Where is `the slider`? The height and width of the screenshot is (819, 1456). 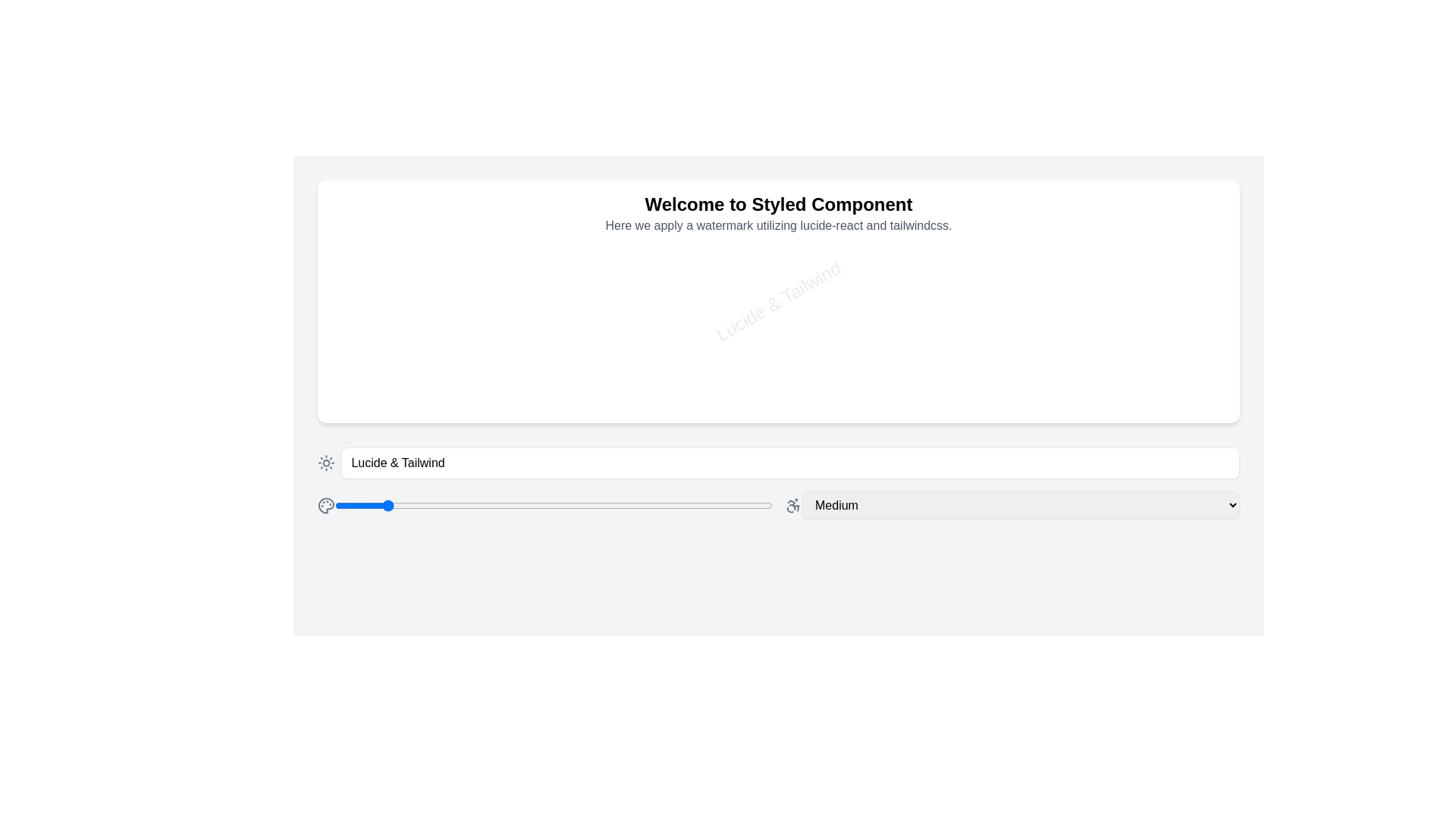
the slider is located at coordinates (286, 505).